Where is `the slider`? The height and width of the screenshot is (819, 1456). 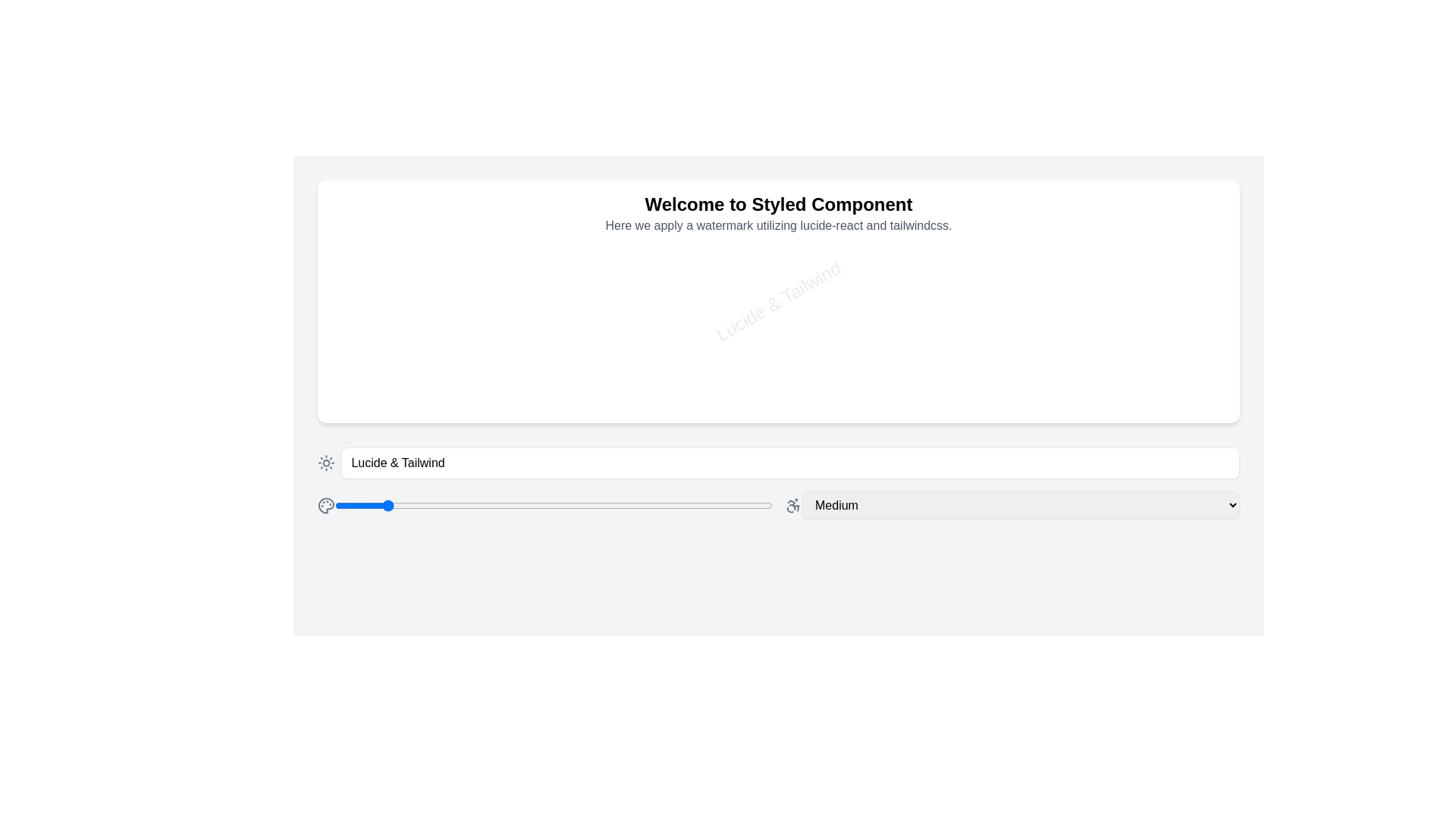
the slider is located at coordinates (286, 505).